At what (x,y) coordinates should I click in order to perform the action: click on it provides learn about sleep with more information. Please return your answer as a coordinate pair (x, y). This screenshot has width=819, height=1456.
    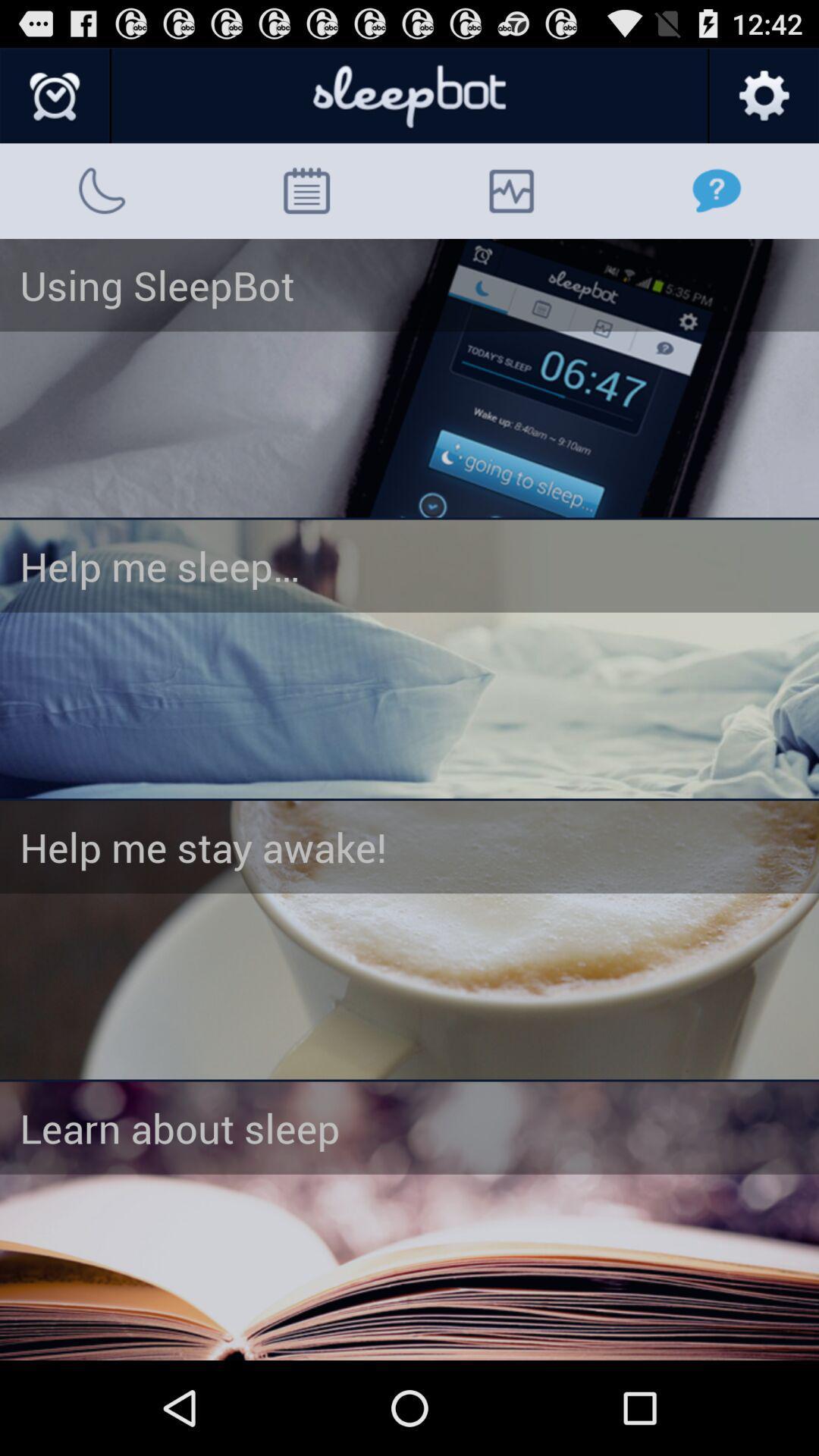
    Looking at the image, I should click on (409, 1221).